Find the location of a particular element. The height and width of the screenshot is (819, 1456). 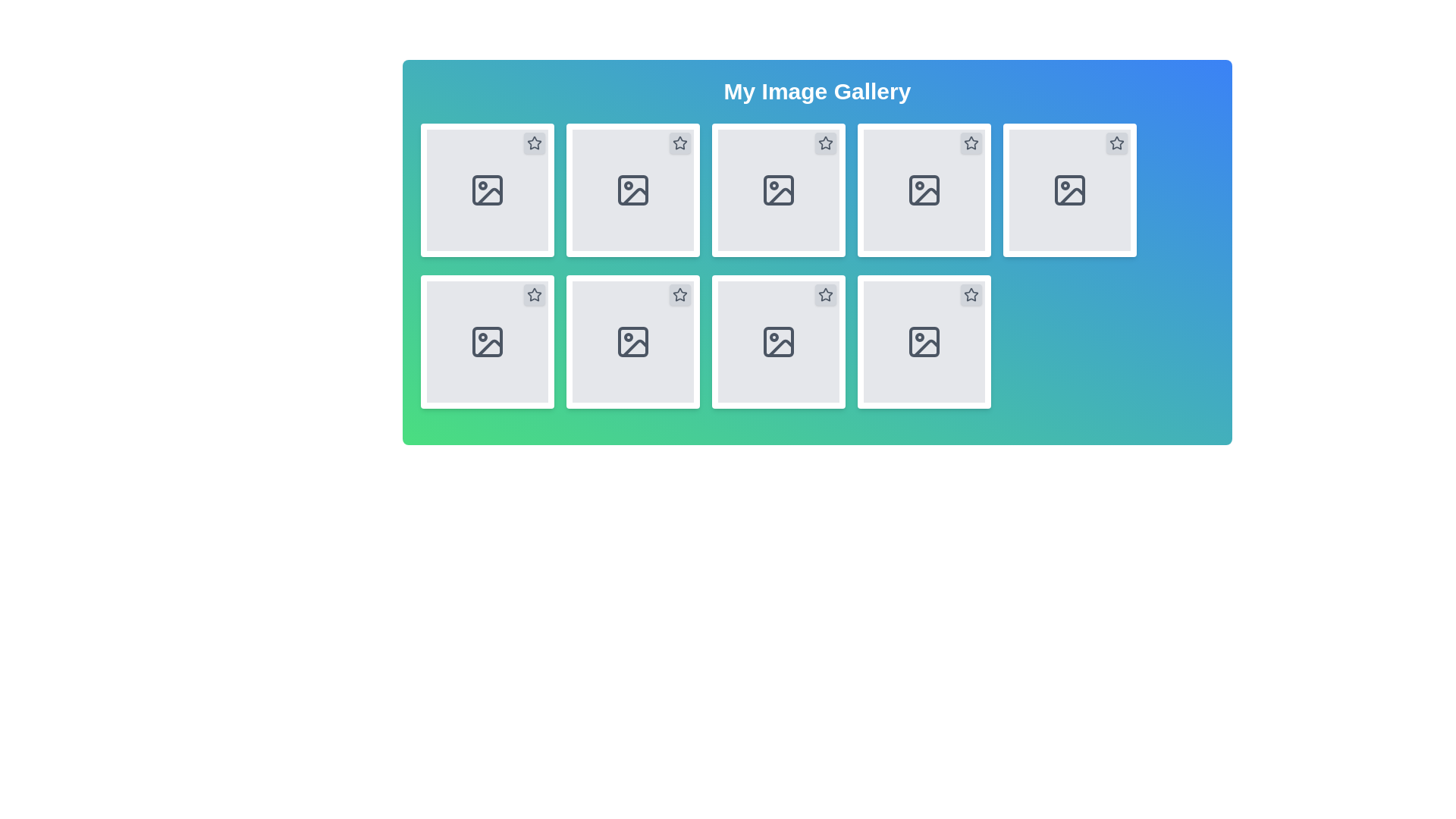

to interact with the minimalistic photo icon located in the lower-left position of a 3x3 grid layout is located at coordinates (488, 342).